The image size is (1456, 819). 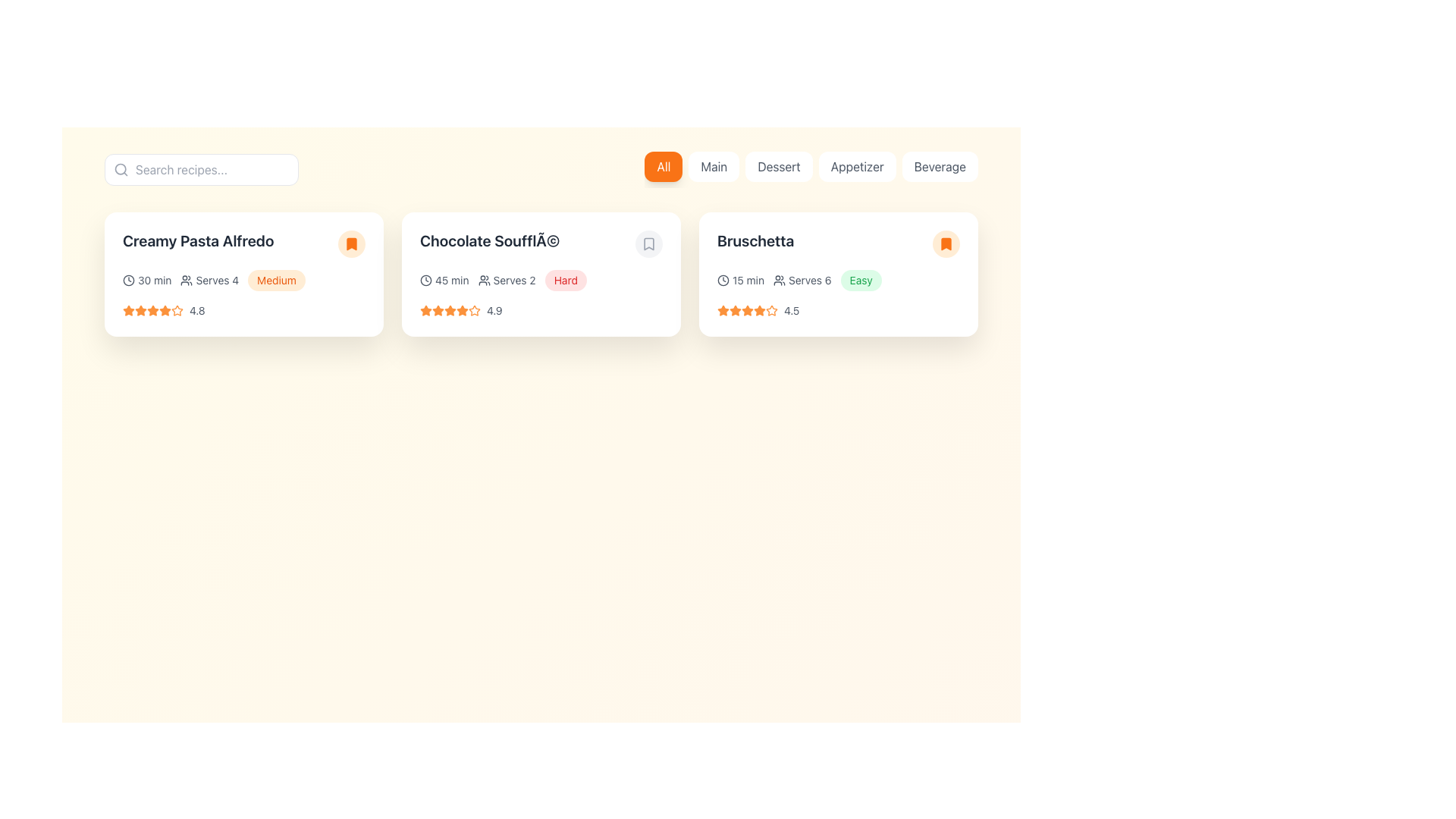 What do you see at coordinates (120, 169) in the screenshot?
I see `the search icon located inside the search input field labeled 'Search recipes...'` at bounding box center [120, 169].